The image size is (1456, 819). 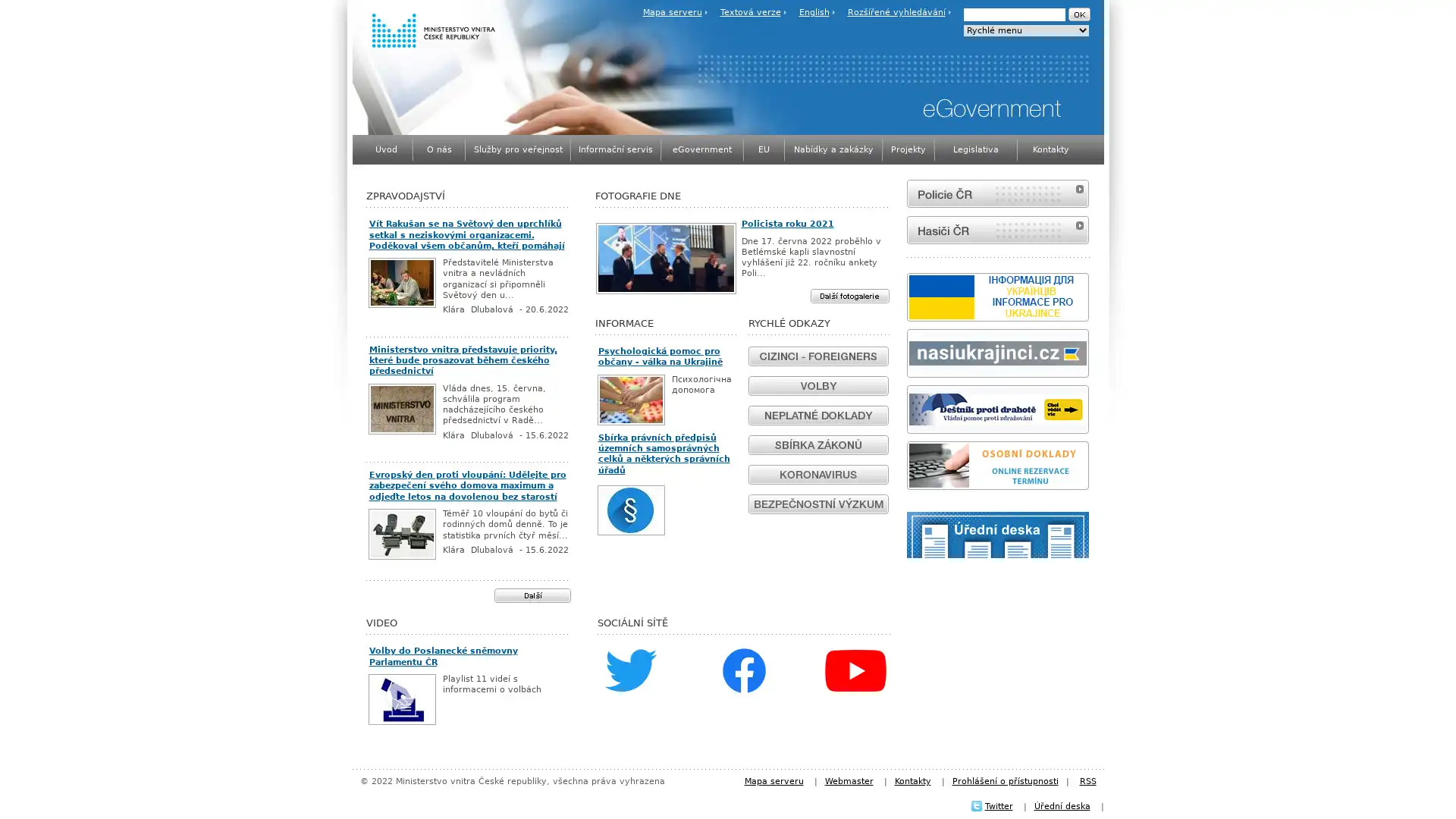 What do you see at coordinates (1078, 14) in the screenshot?
I see `ok` at bounding box center [1078, 14].